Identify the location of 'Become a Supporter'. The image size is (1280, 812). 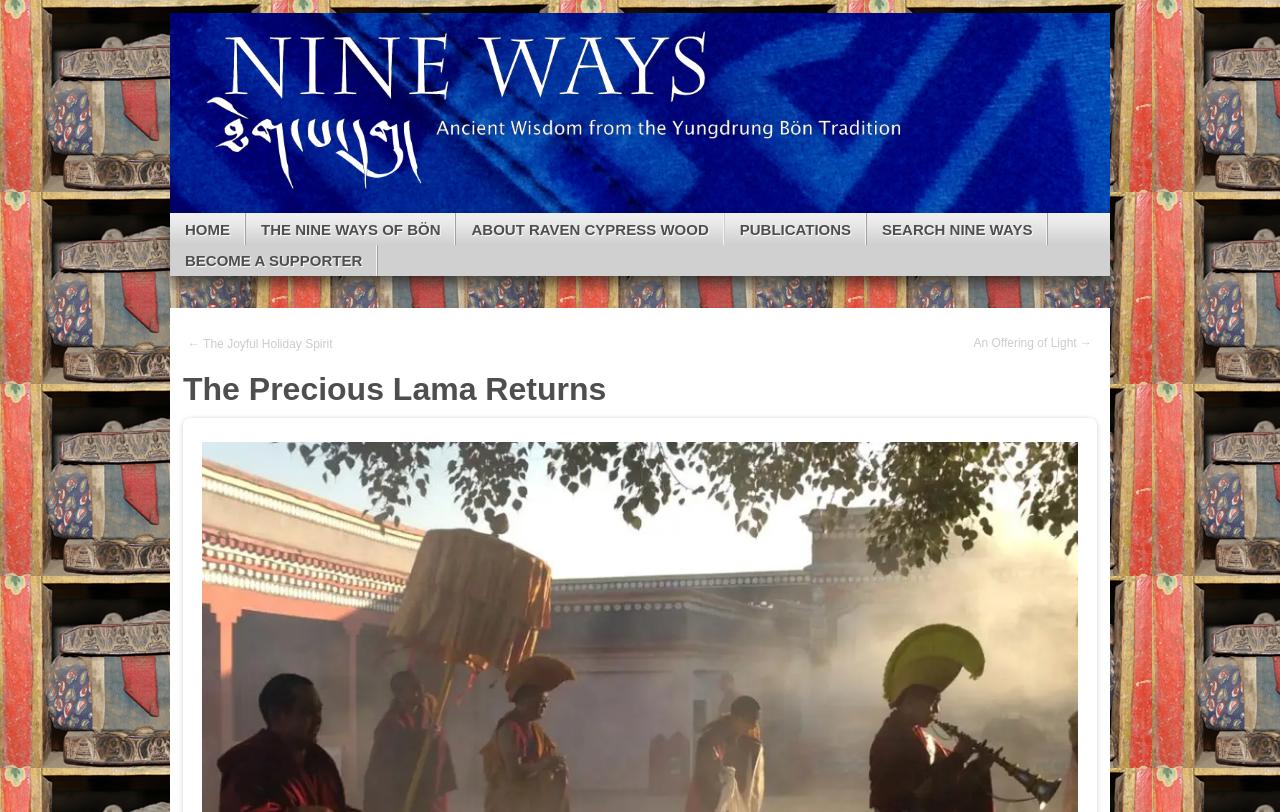
(184, 260).